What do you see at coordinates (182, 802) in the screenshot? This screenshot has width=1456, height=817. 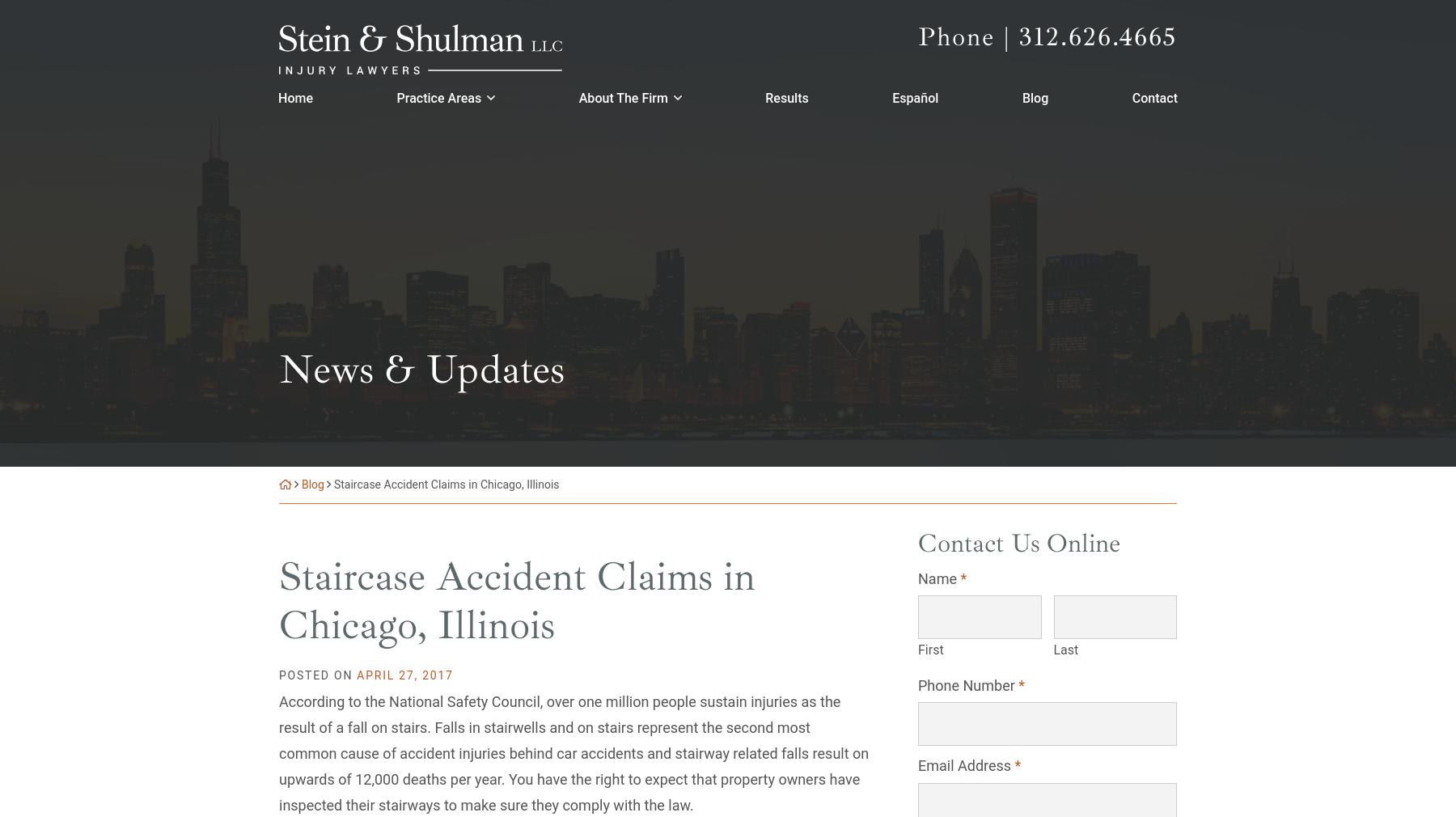 I see `'Se Habla Español'` at bounding box center [182, 802].